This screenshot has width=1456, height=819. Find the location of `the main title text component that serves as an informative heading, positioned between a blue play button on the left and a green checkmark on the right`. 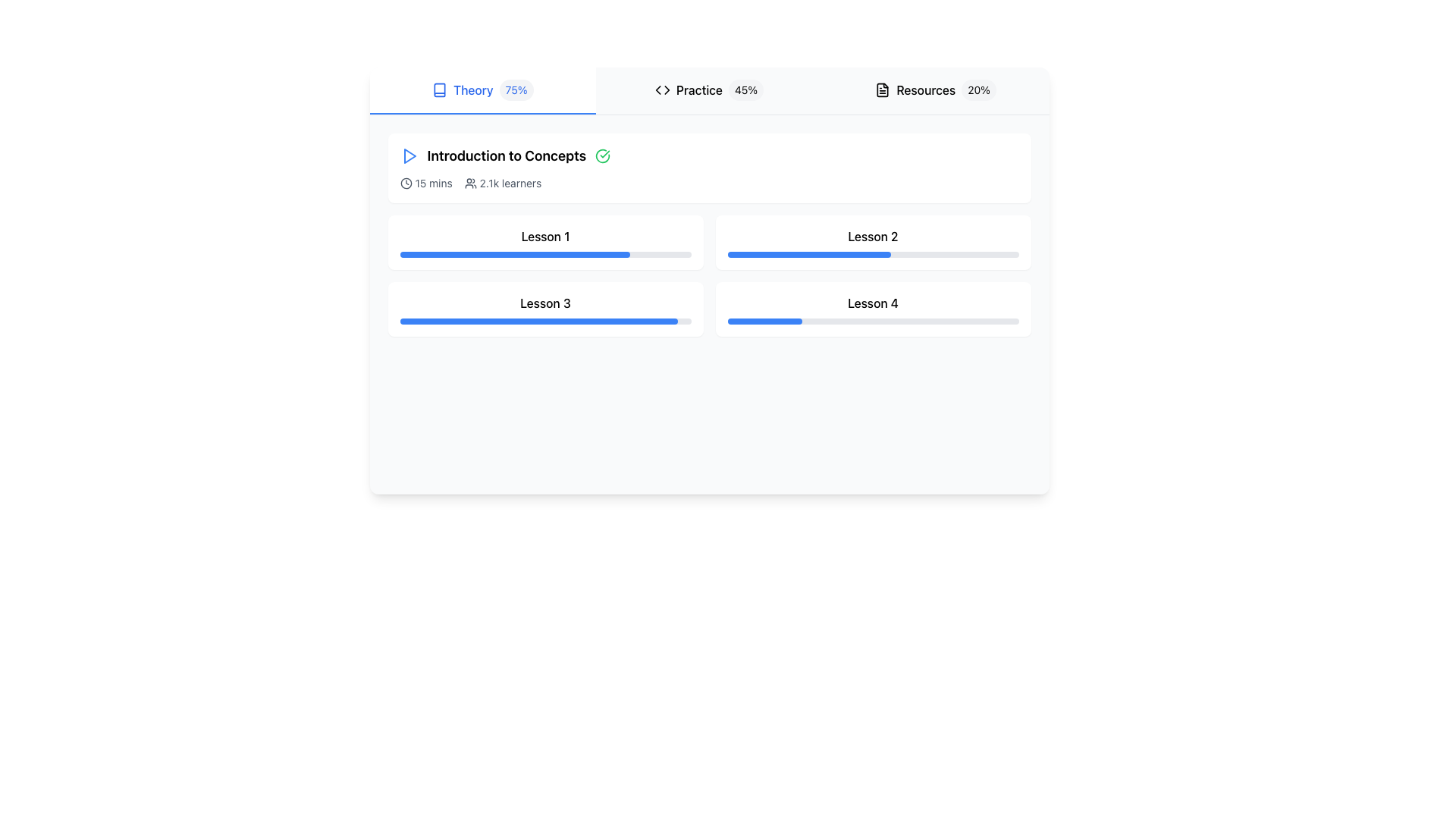

the main title text component that serves as an informative heading, positioned between a blue play button on the left and a green checkmark on the right is located at coordinates (507, 155).